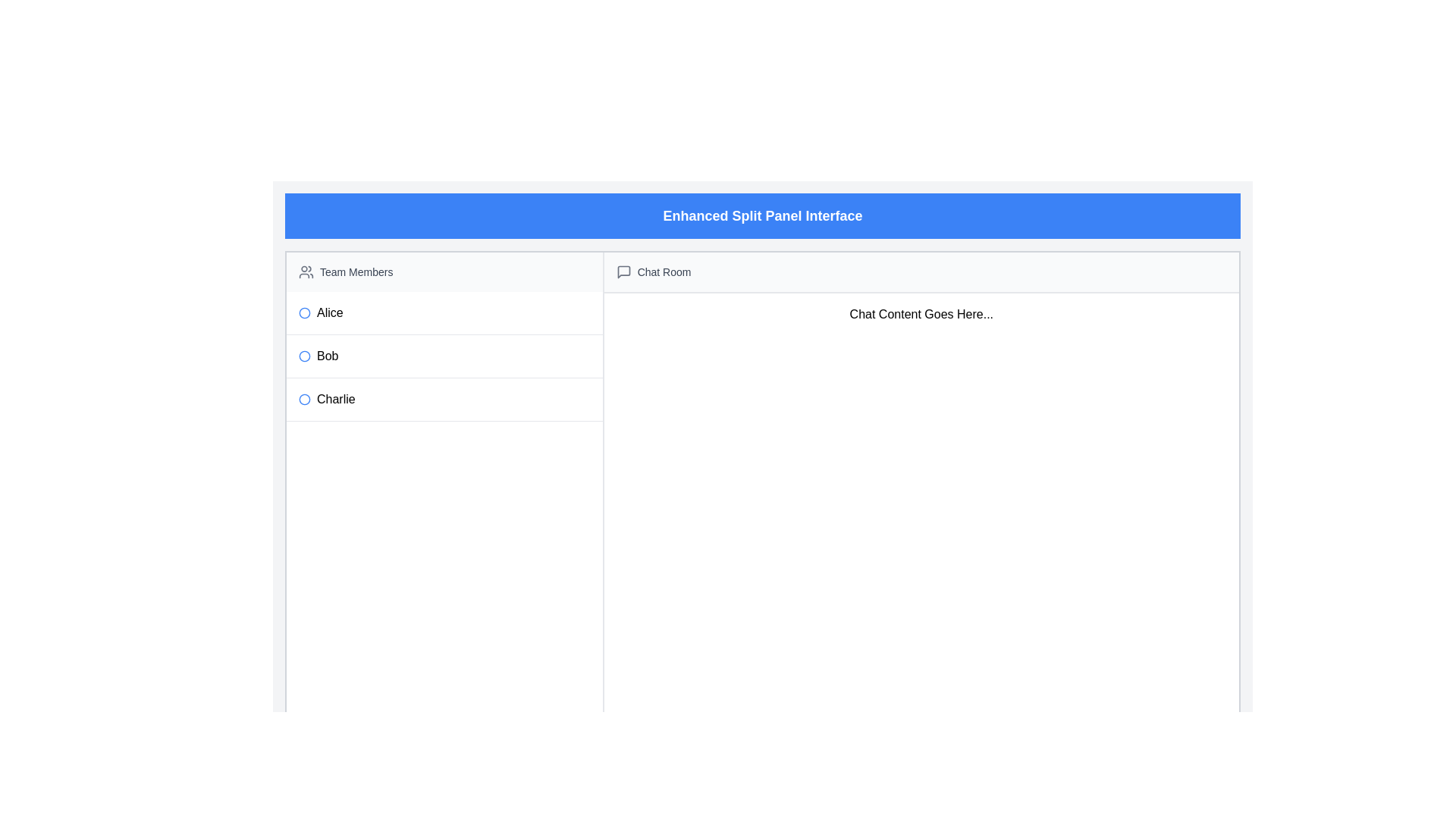 This screenshot has width=1456, height=819. What do you see at coordinates (763, 216) in the screenshot?
I see `the Header element with a blue background and bold white text 'Enhanced Split Panel Interface' located at the top of the interface` at bounding box center [763, 216].